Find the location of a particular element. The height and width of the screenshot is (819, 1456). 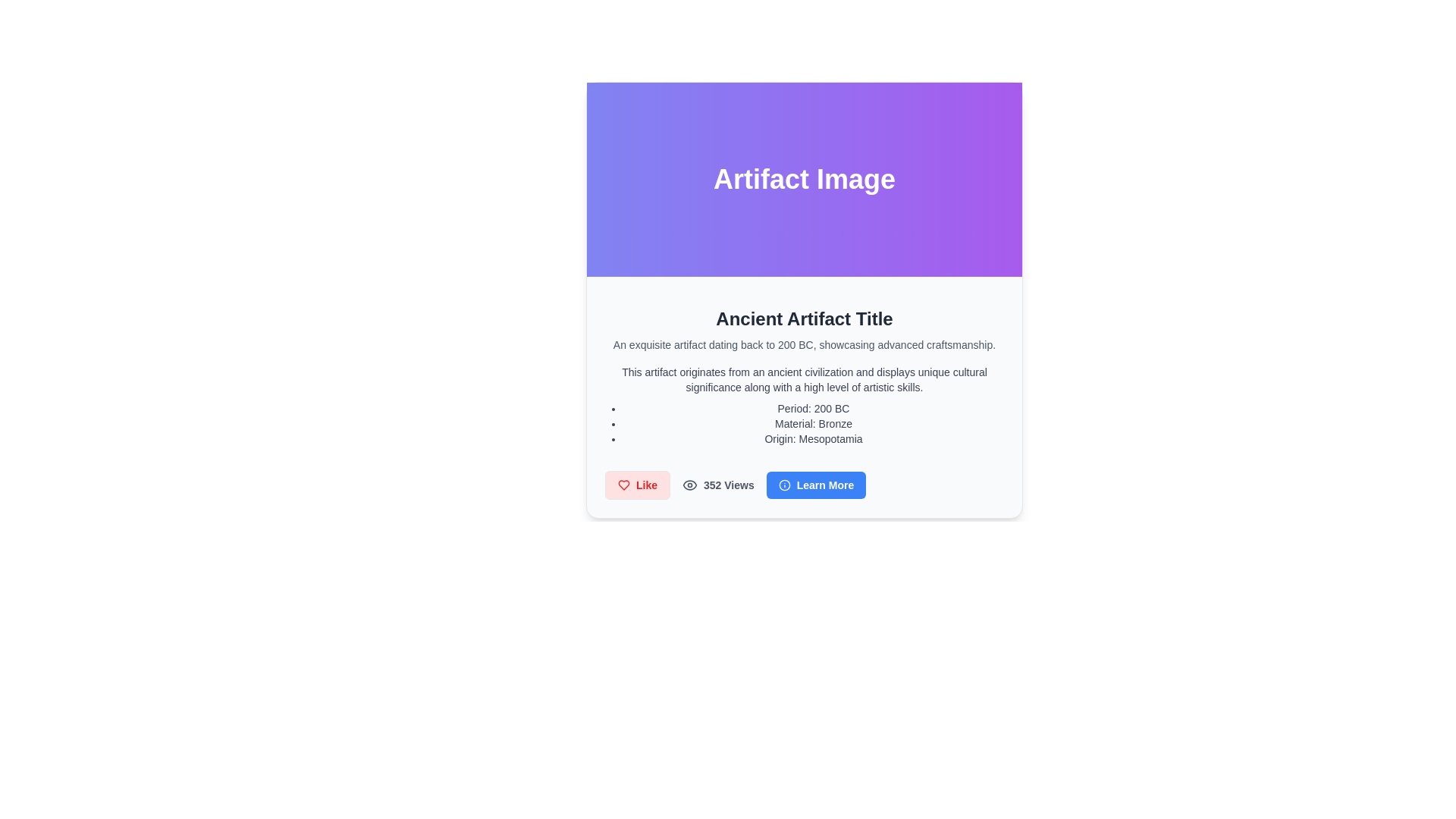

the informational text element displaying '352 Views' with an eye icon, located in the center-lower section of a card layout, between the 'Like' button and the 'Learn More' button is located at coordinates (717, 485).